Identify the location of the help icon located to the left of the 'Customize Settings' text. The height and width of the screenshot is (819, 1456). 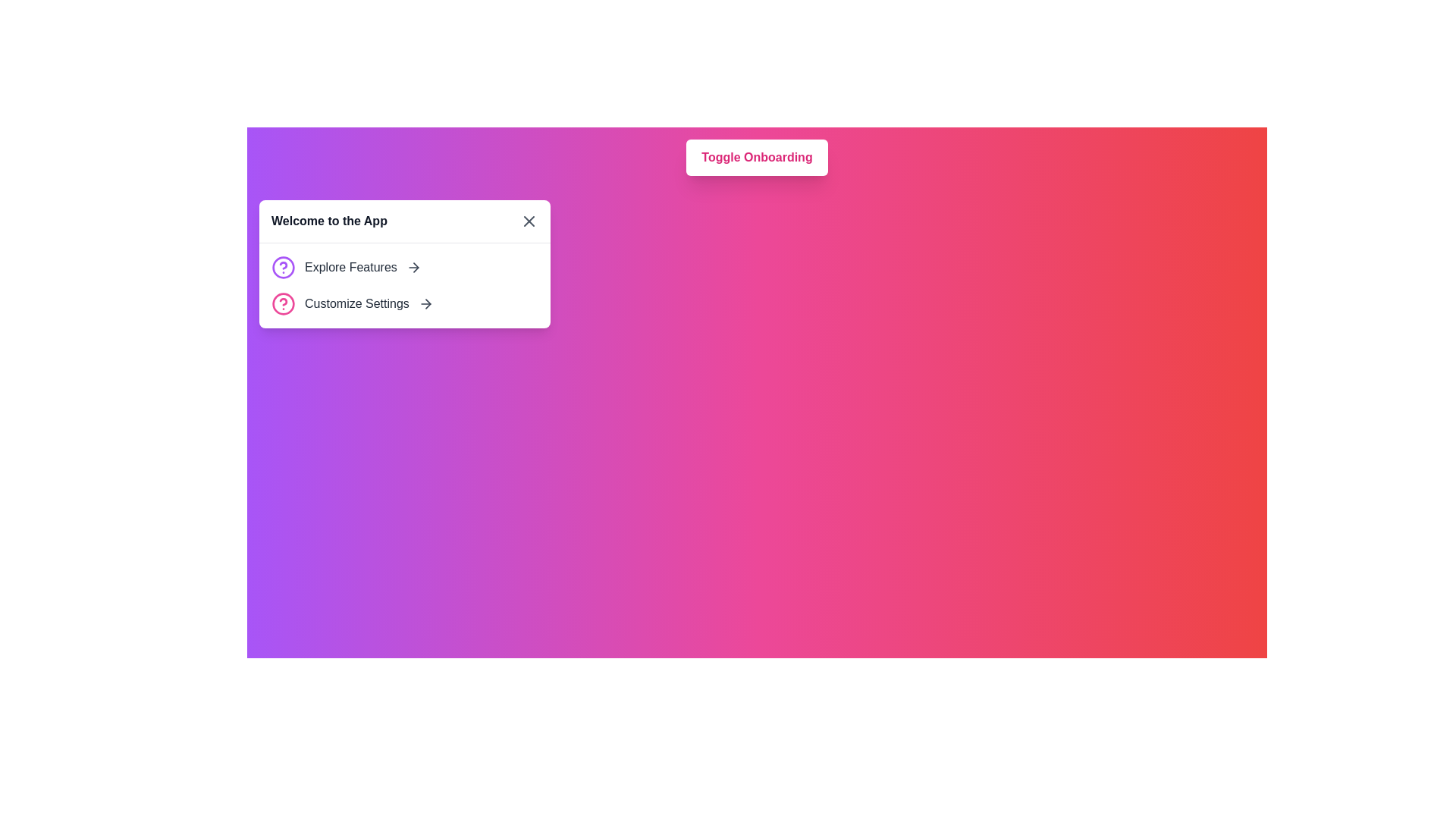
(284, 304).